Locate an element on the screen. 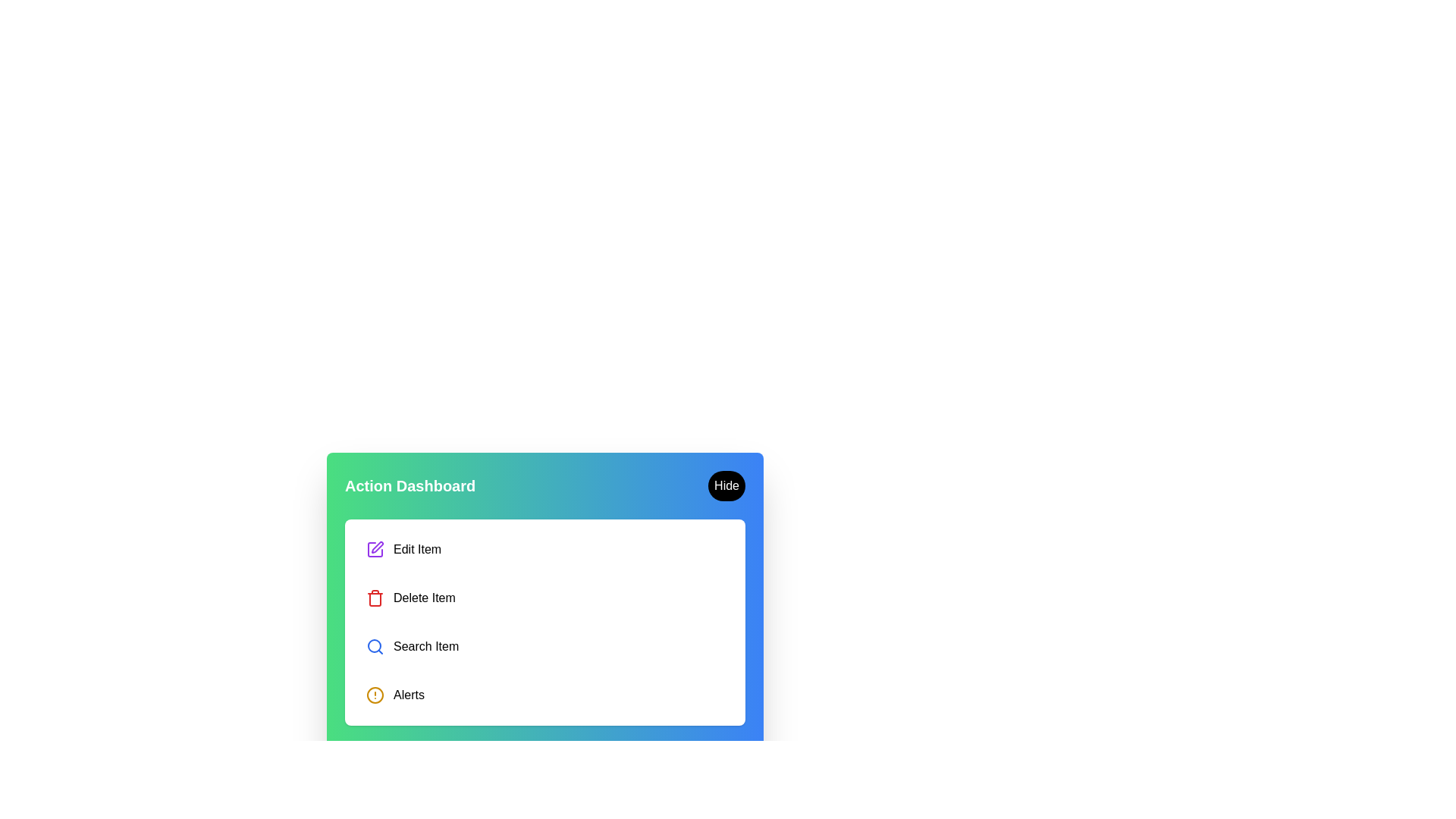 Image resolution: width=1456 pixels, height=819 pixels. the fourth clickable menu item in the 'Action Dashboard' is located at coordinates (545, 695).